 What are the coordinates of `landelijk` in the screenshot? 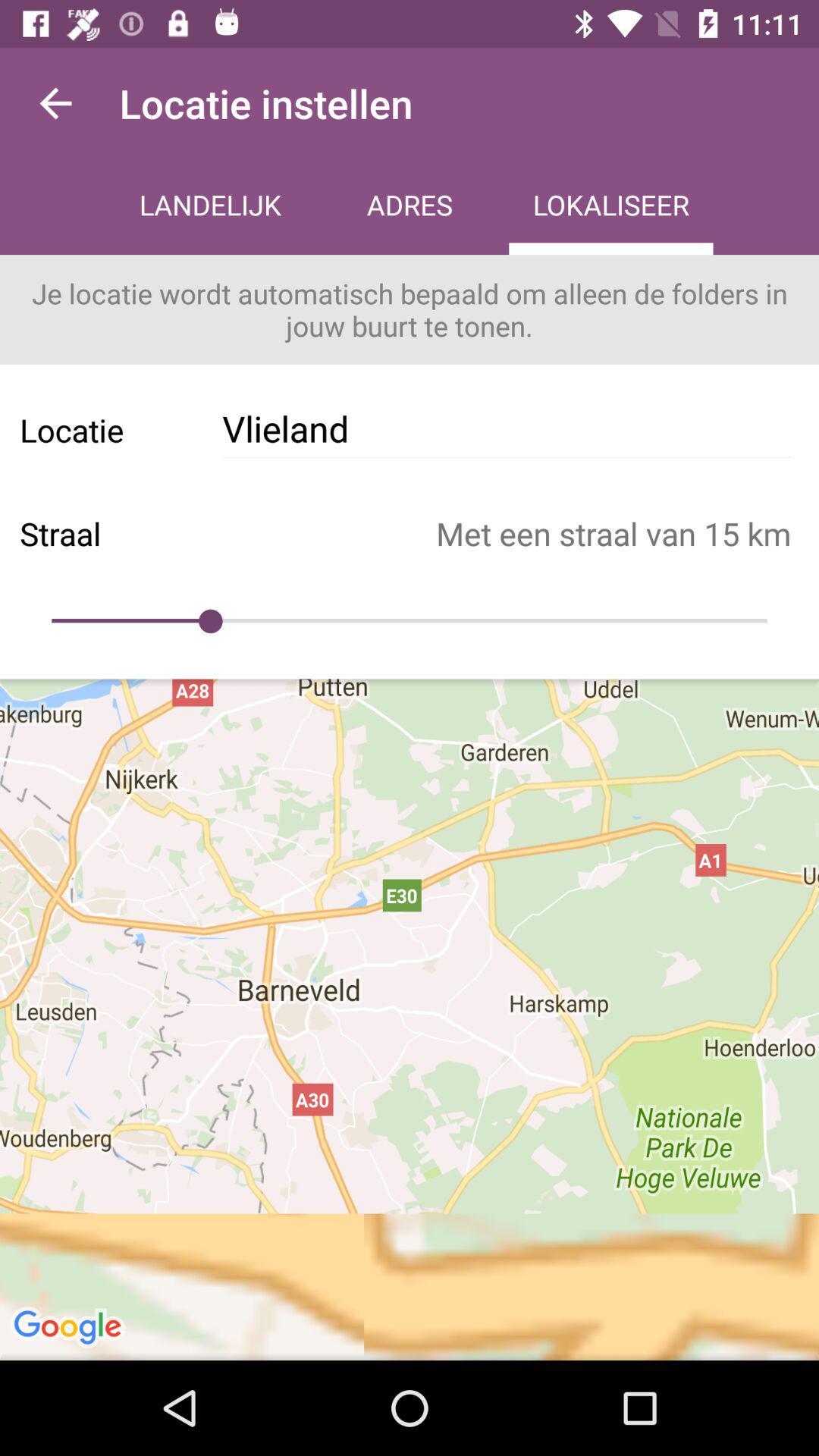 It's located at (210, 206).